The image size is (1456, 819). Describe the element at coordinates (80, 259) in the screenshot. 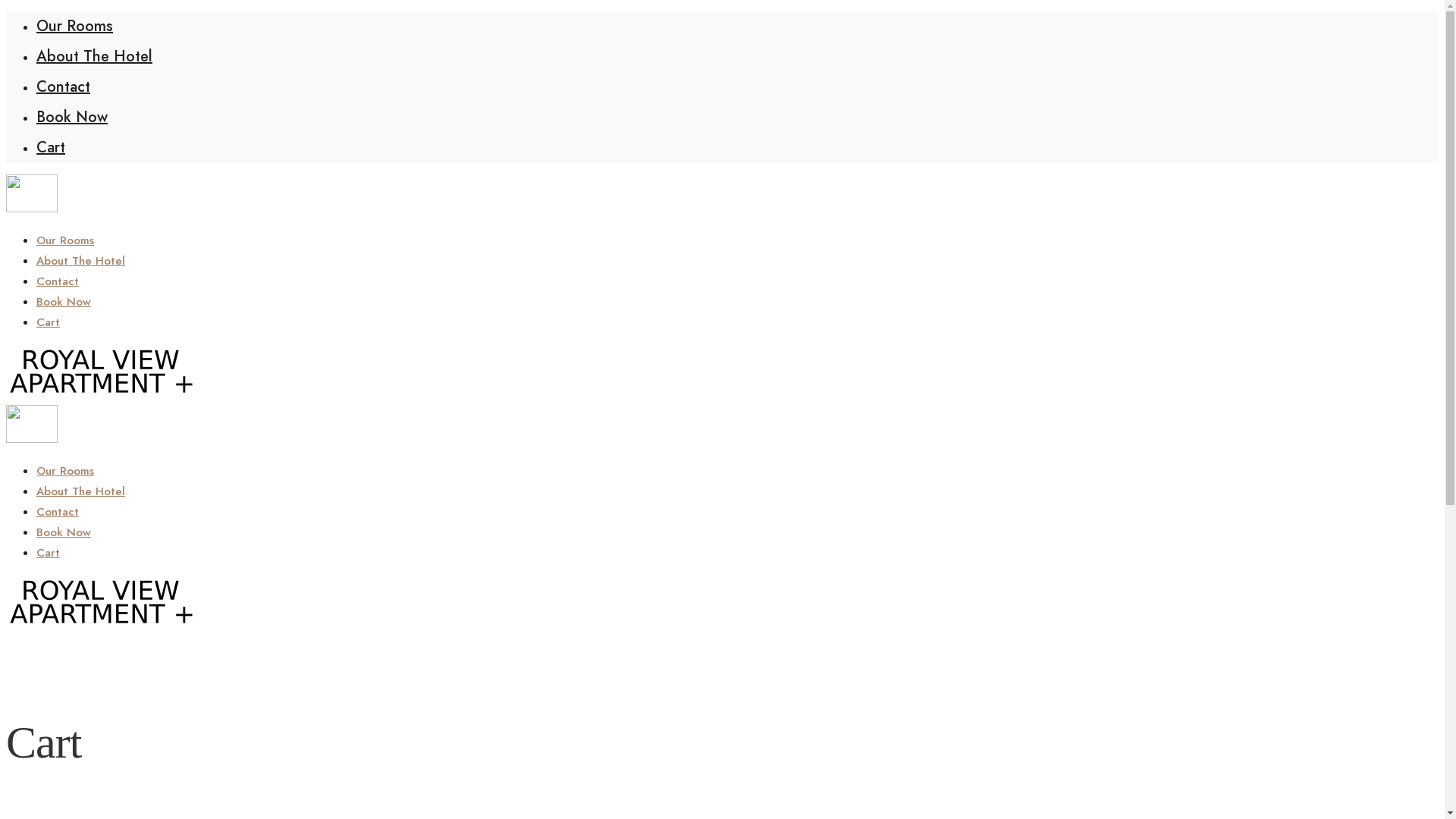

I see `'About The Hotel'` at that location.